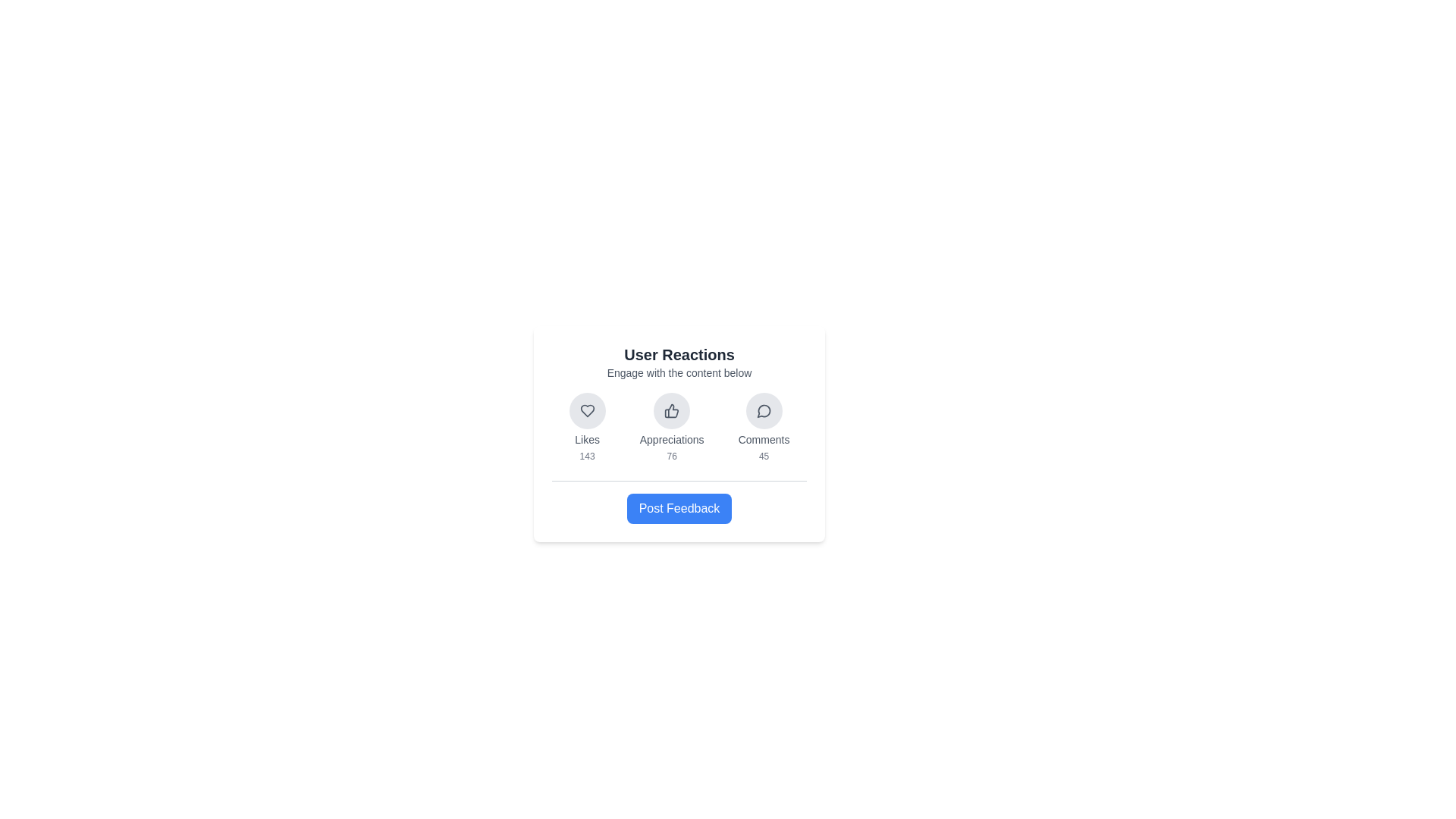 The width and height of the screenshot is (1456, 819). Describe the element at coordinates (764, 427) in the screenshot. I see `the Interactive button displaying the number of comments (45) under the header 'User Reactions'` at that location.